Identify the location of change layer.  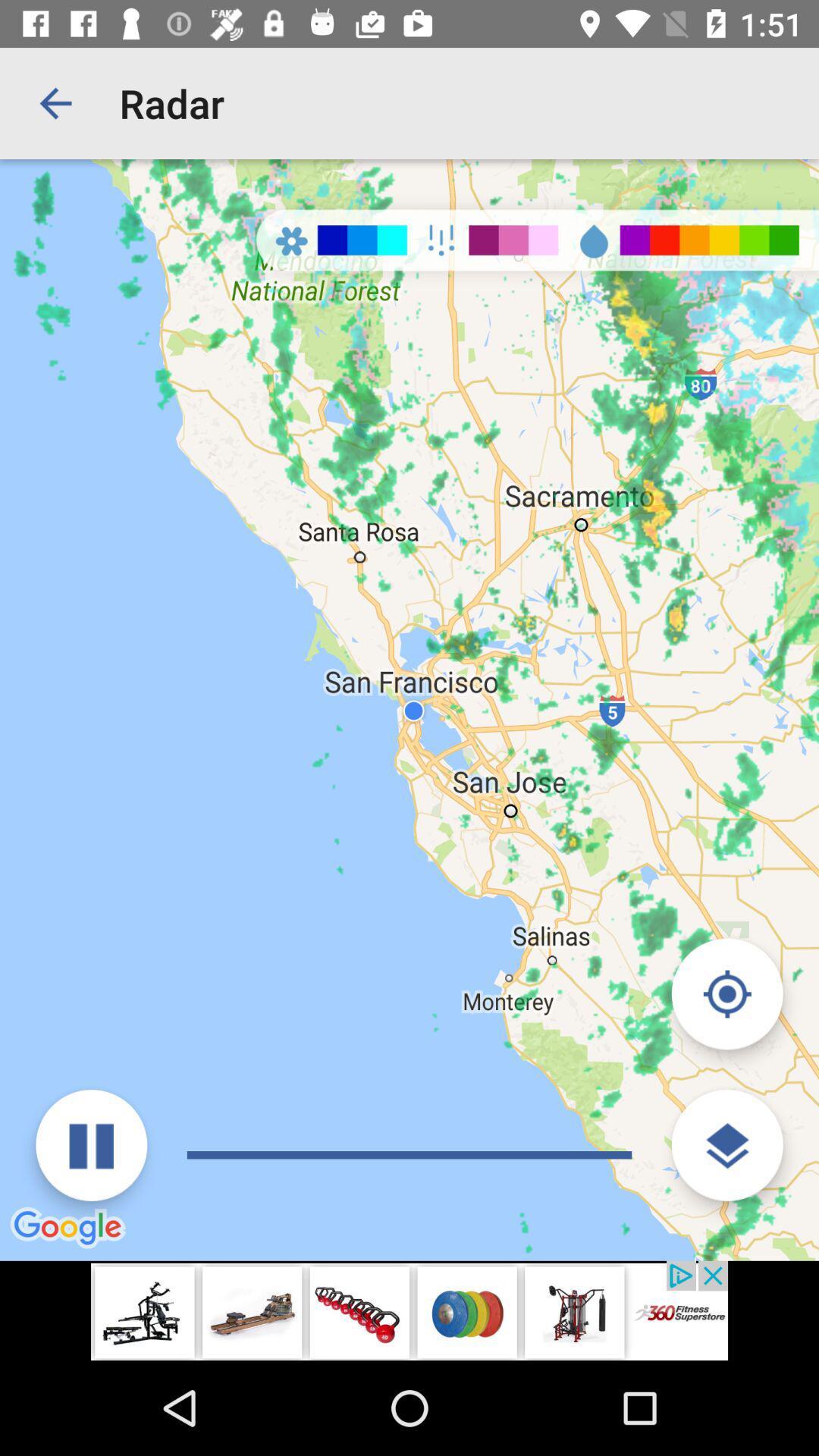
(726, 1145).